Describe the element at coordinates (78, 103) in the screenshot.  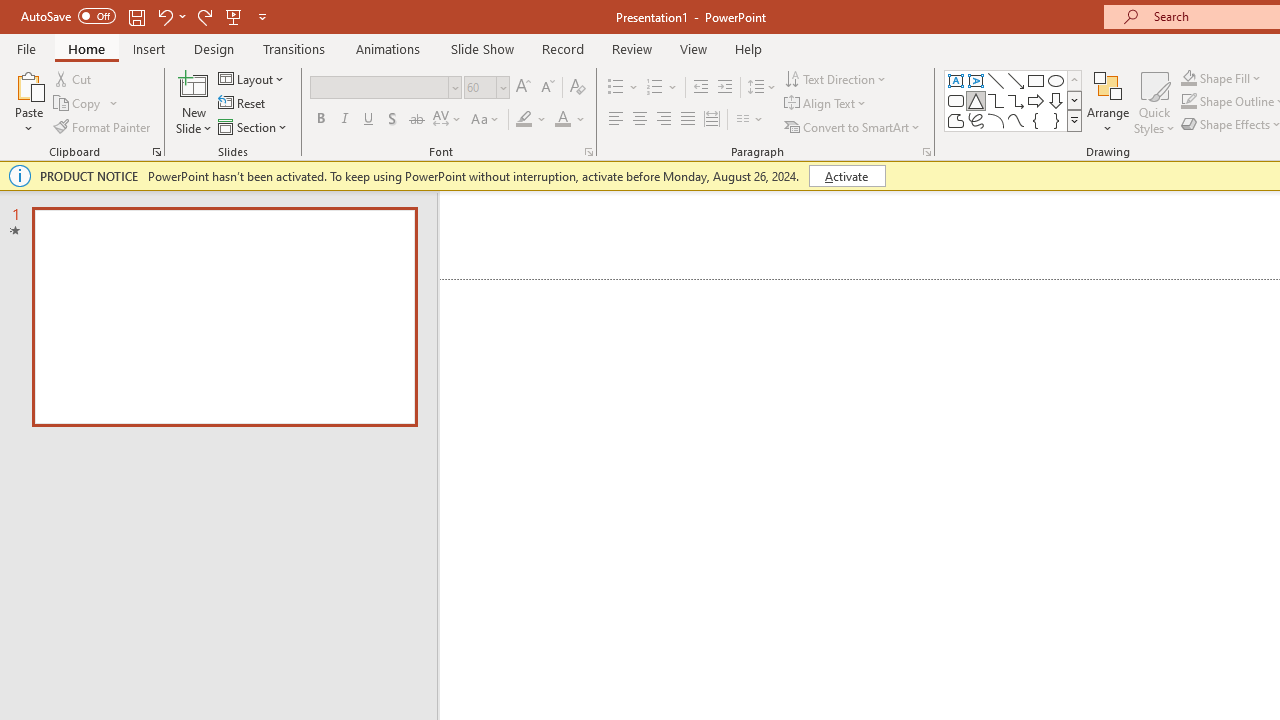
I see `'Copy'` at that location.